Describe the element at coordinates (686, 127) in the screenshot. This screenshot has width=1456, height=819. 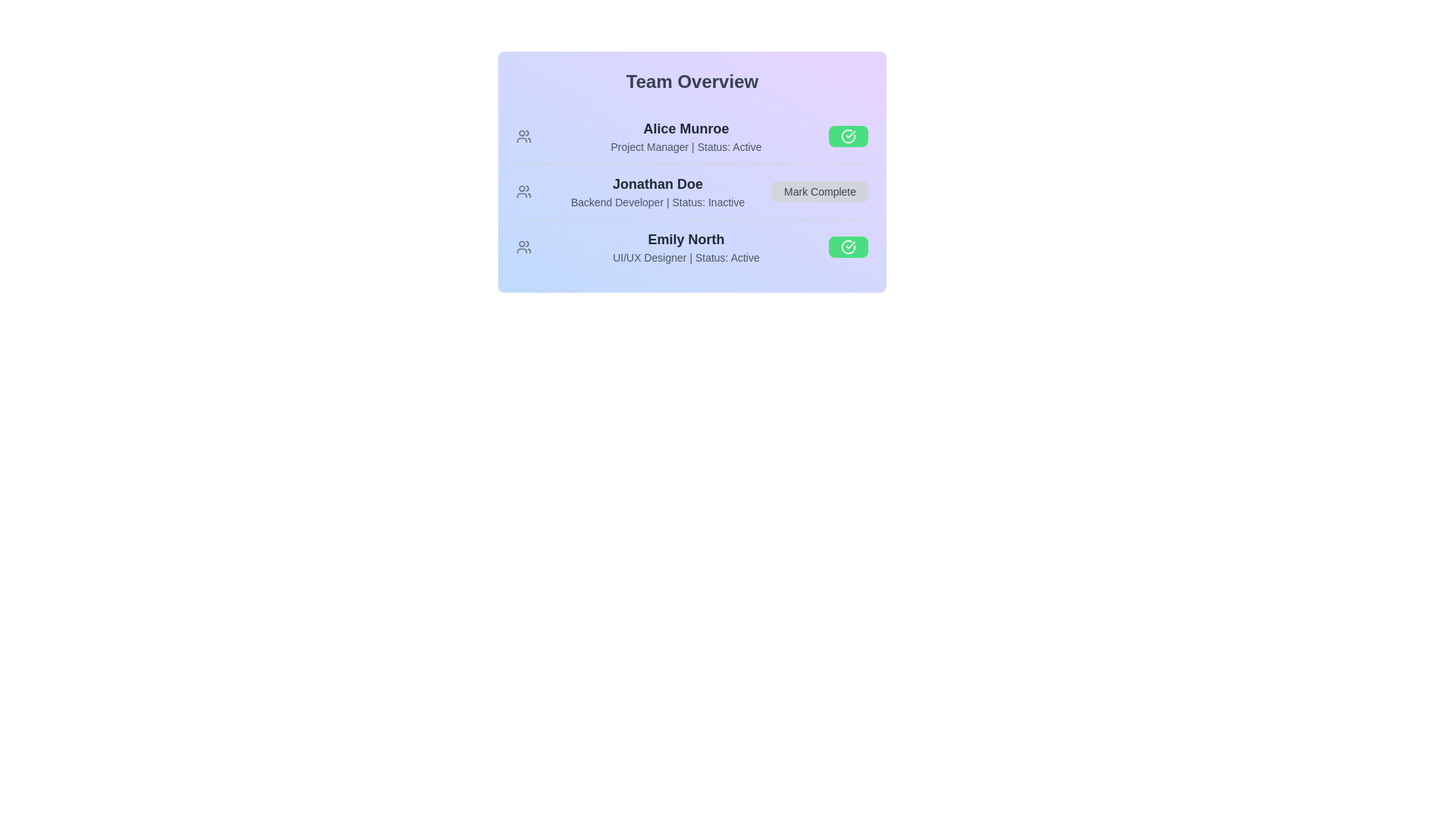
I see `the name of a team member to view their details` at that location.